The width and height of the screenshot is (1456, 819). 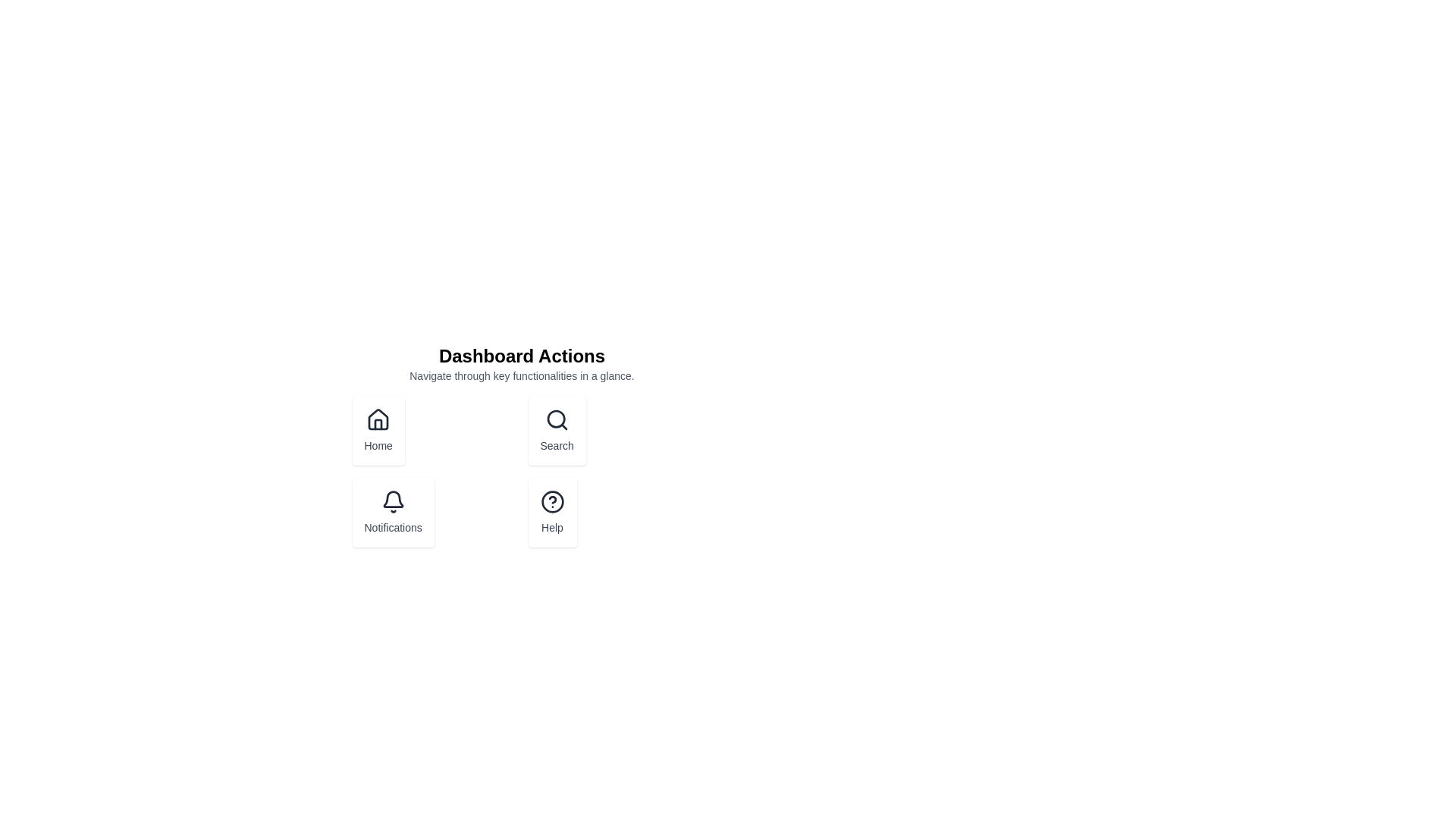 I want to click on the search button located in the top-right section of the grid under 'Dashboard Actions' to activate its styling effect, so click(x=556, y=430).